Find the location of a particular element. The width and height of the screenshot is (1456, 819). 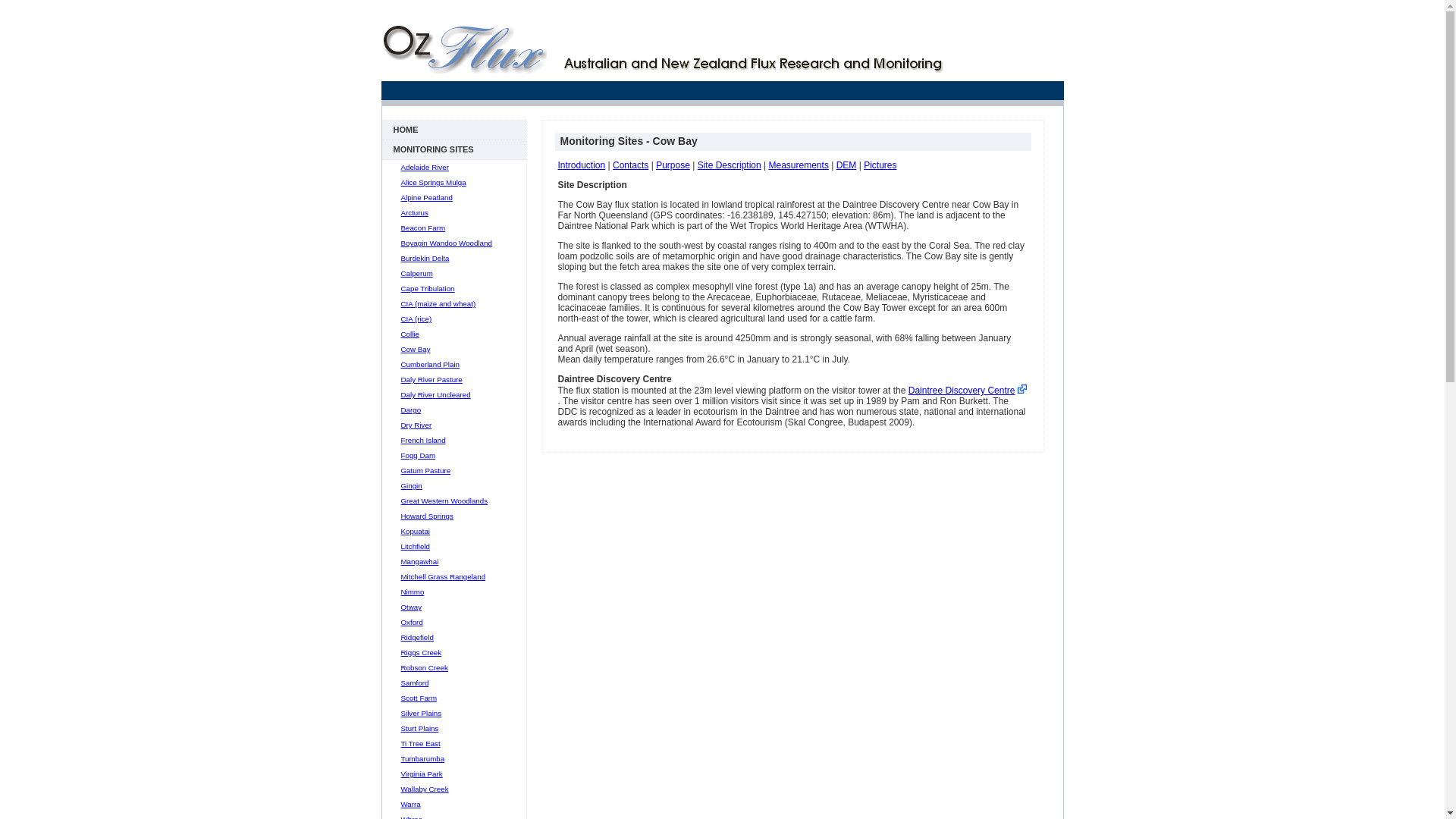

'Dargo' is located at coordinates (410, 409).